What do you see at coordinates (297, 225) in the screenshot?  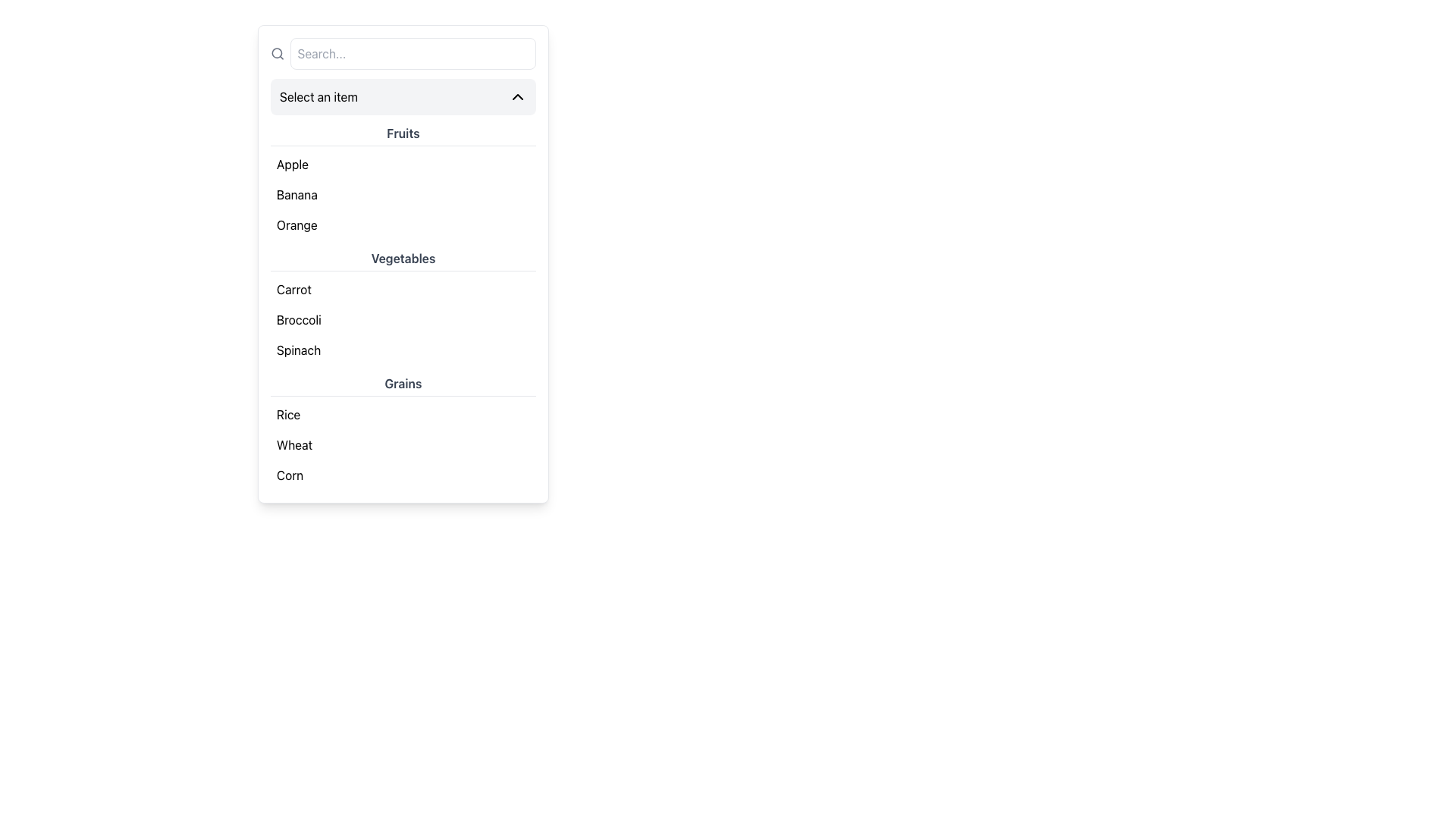 I see `the 'Orange' text label in the dropdown menu` at bounding box center [297, 225].